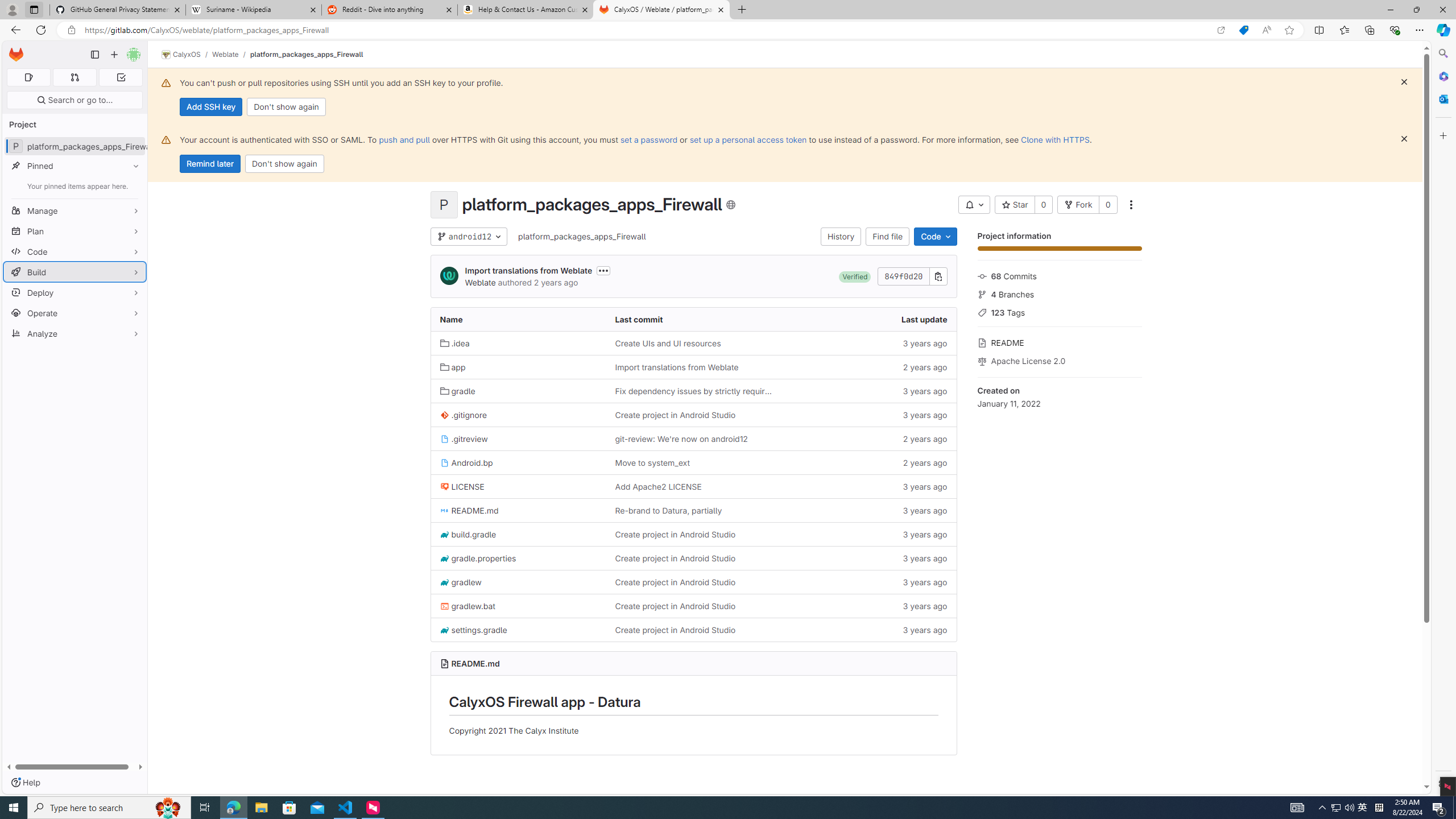 This screenshot has height=819, width=1456. What do you see at coordinates (1059, 359) in the screenshot?
I see `'Apache License 2.0'` at bounding box center [1059, 359].